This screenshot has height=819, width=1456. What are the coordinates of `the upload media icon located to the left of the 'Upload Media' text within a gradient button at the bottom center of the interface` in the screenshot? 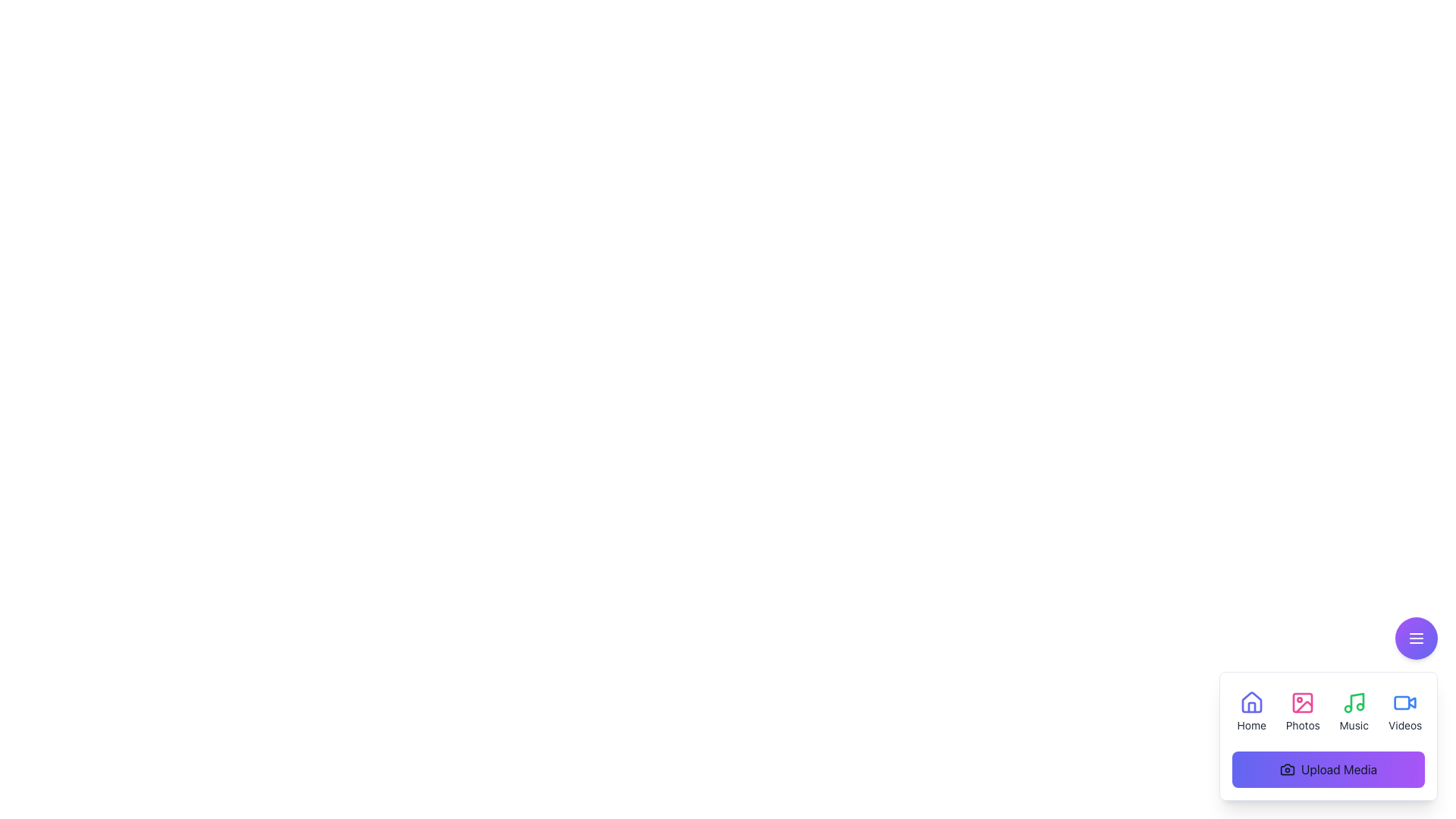 It's located at (1286, 769).